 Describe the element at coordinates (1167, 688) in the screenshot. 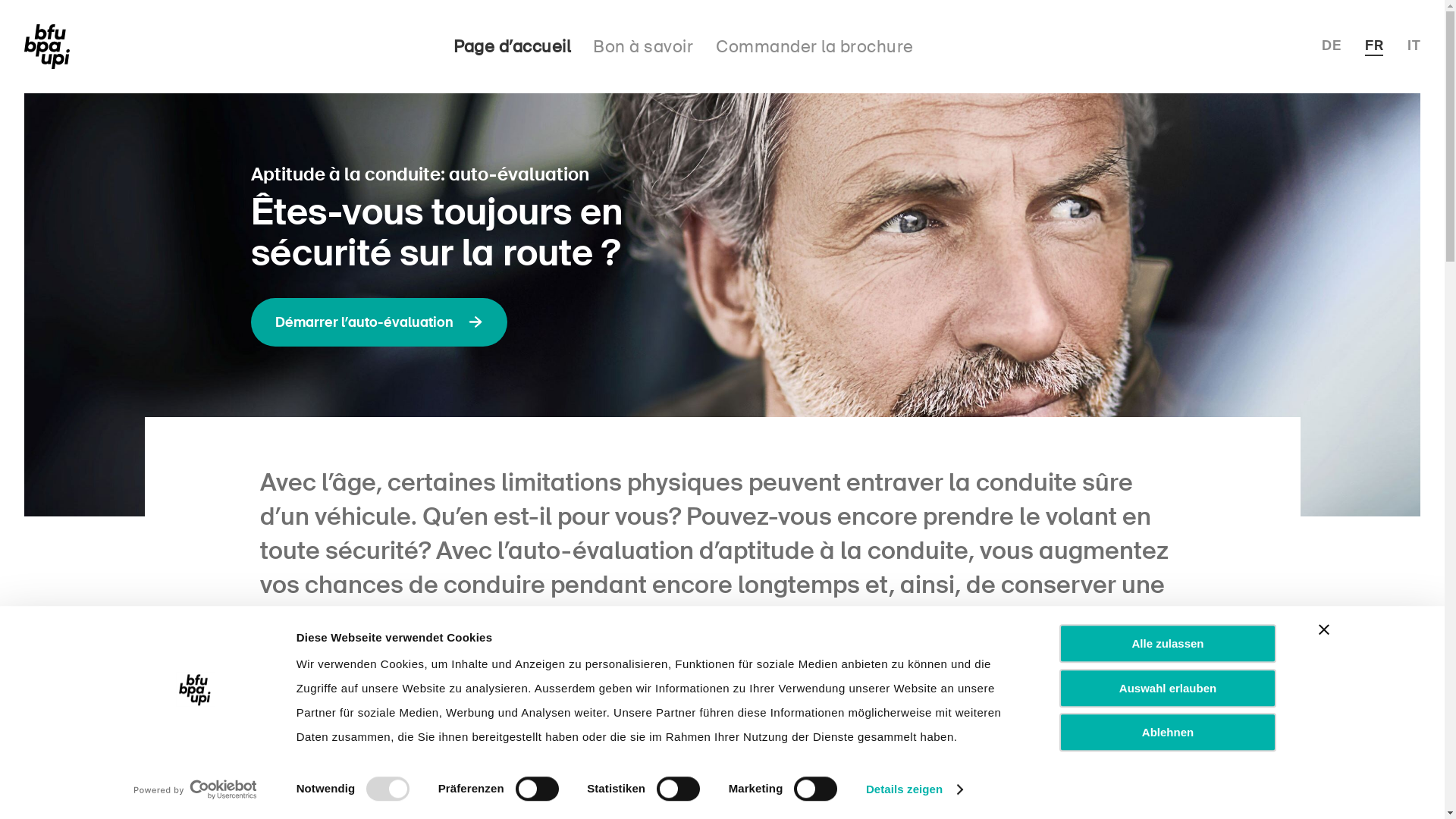

I see `'Auswahl erlauben'` at that location.